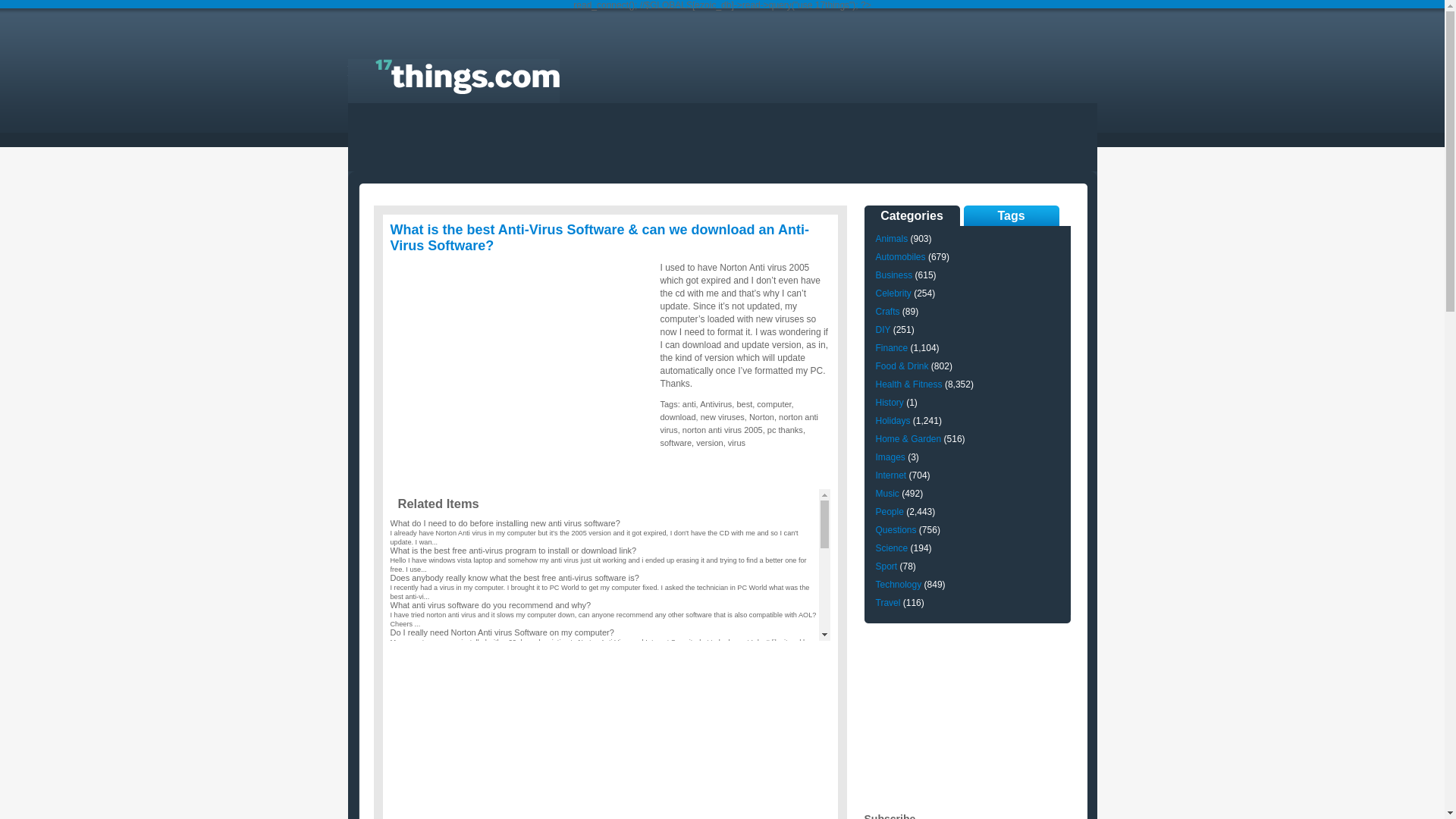  I want to click on 'virus', so click(736, 442).